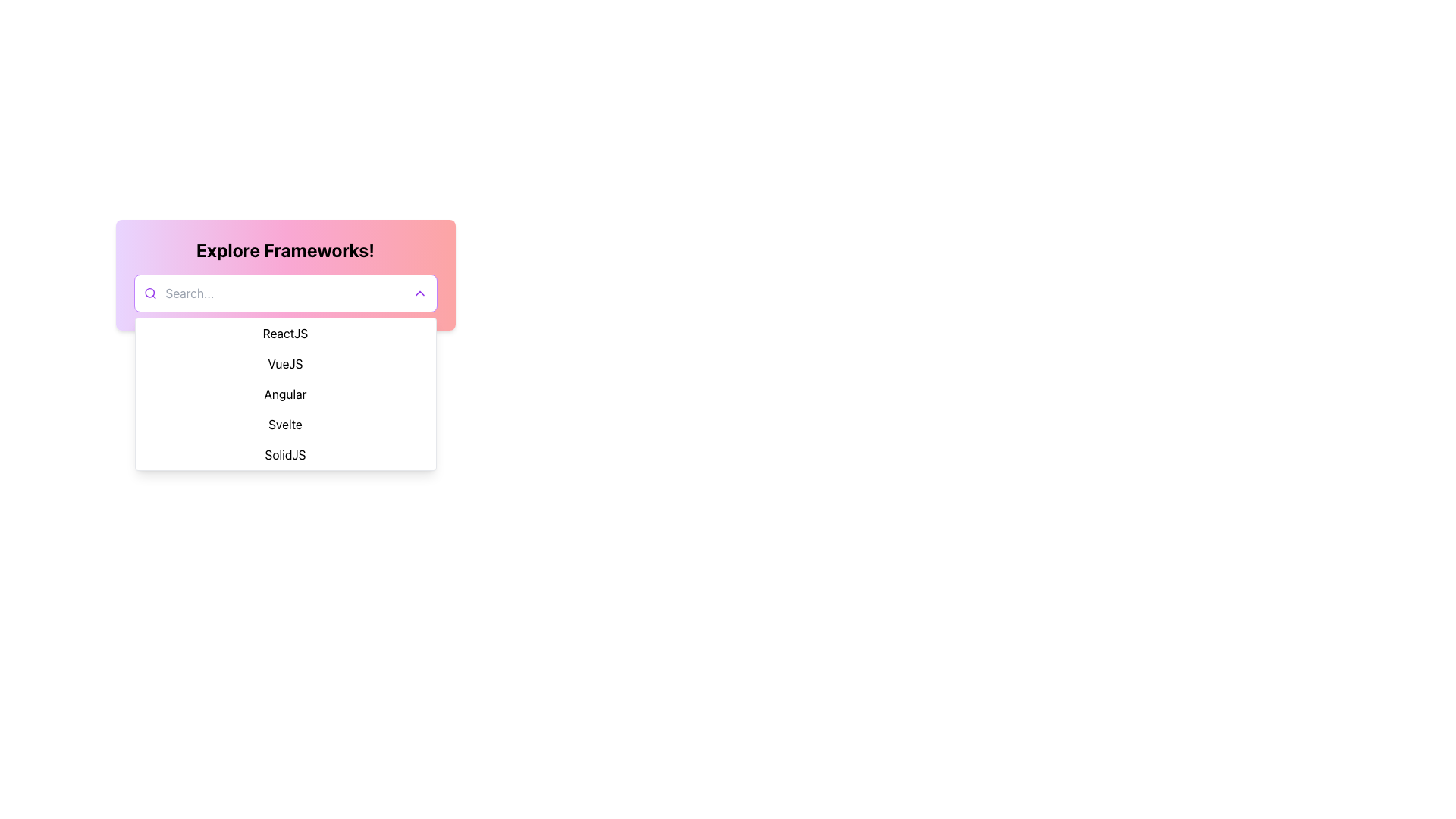  Describe the element at coordinates (285, 424) in the screenshot. I see `the selectable list item for 'Svelte' in the dropdown menu, which is the fourth item in the list` at that location.